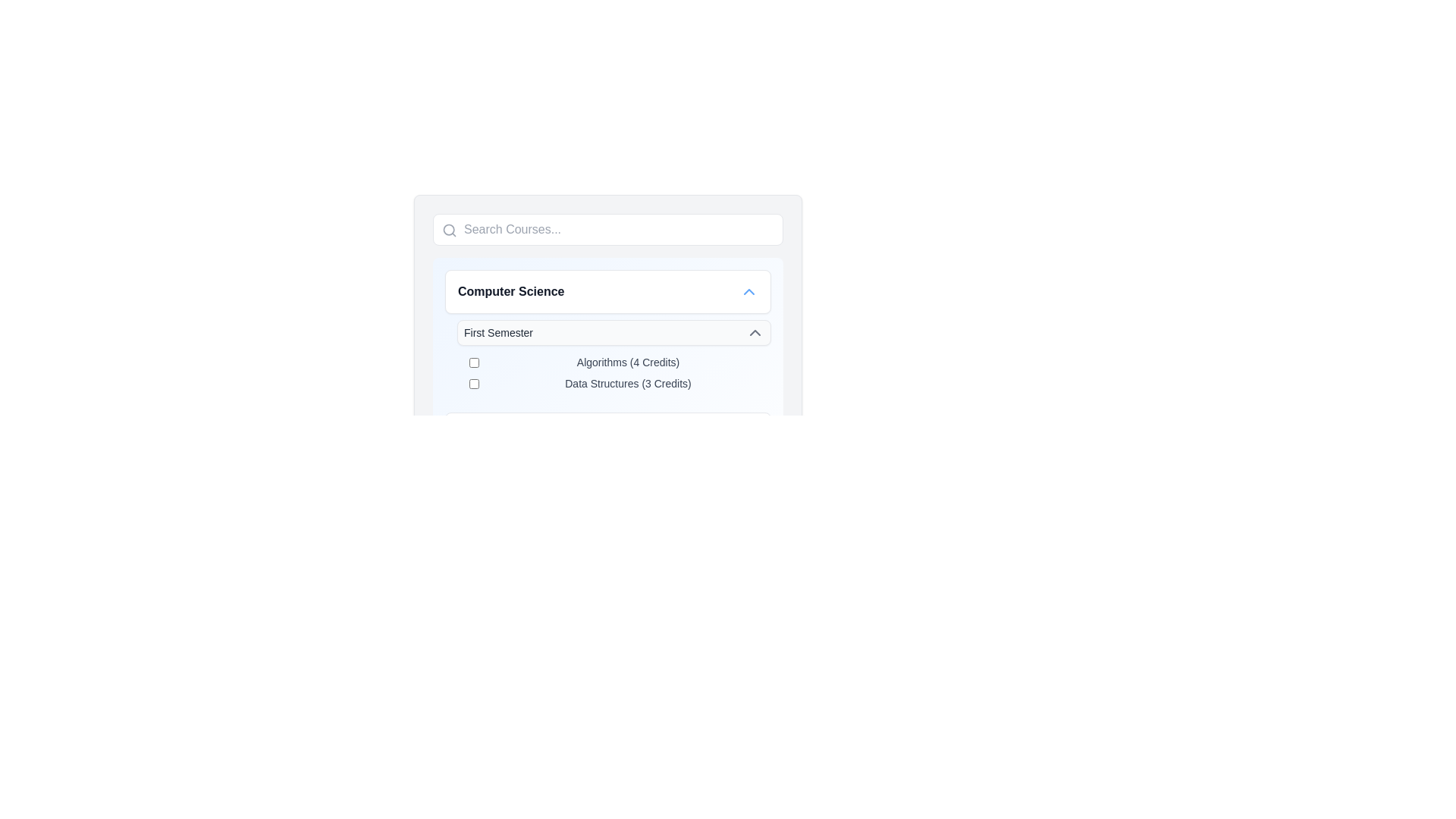  What do you see at coordinates (749, 292) in the screenshot?
I see `the small blue chevron-style triangular upward-pointing icon located at the far right of the 'Computer Science' button` at bounding box center [749, 292].